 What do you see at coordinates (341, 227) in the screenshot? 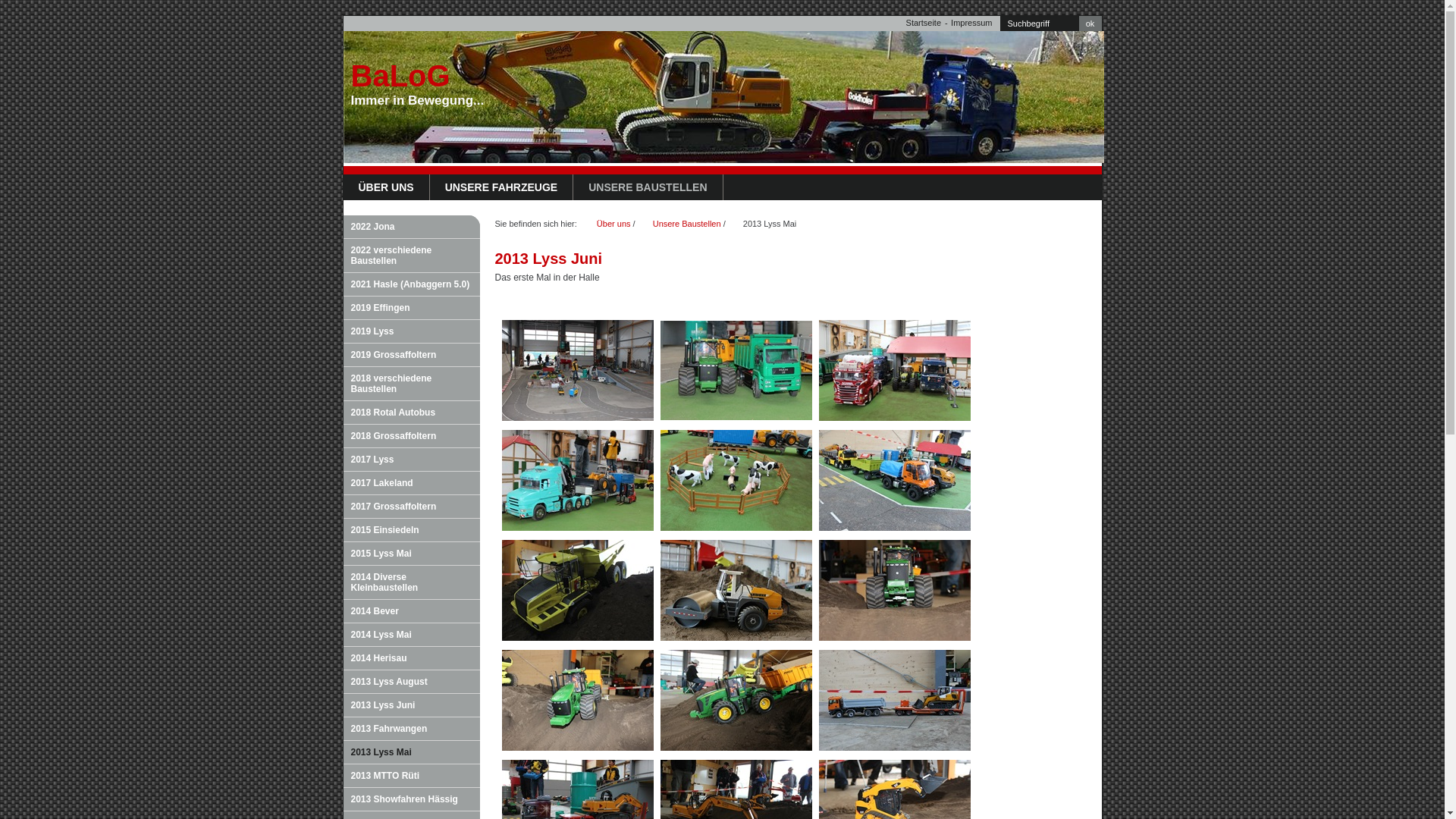
I see `'2022 Jona'` at bounding box center [341, 227].